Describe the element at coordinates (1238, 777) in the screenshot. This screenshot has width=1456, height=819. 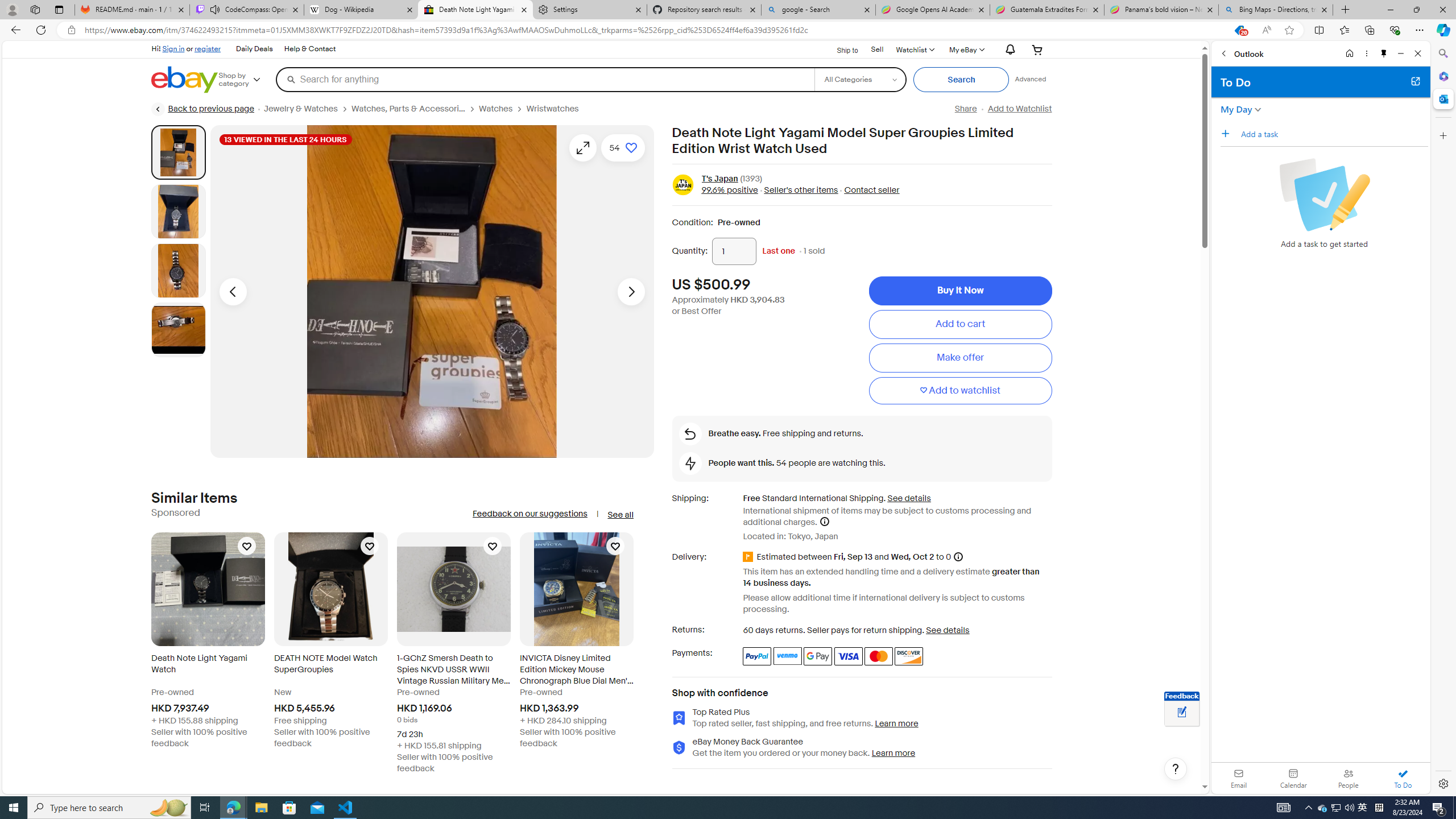
I see `'Email'` at that location.